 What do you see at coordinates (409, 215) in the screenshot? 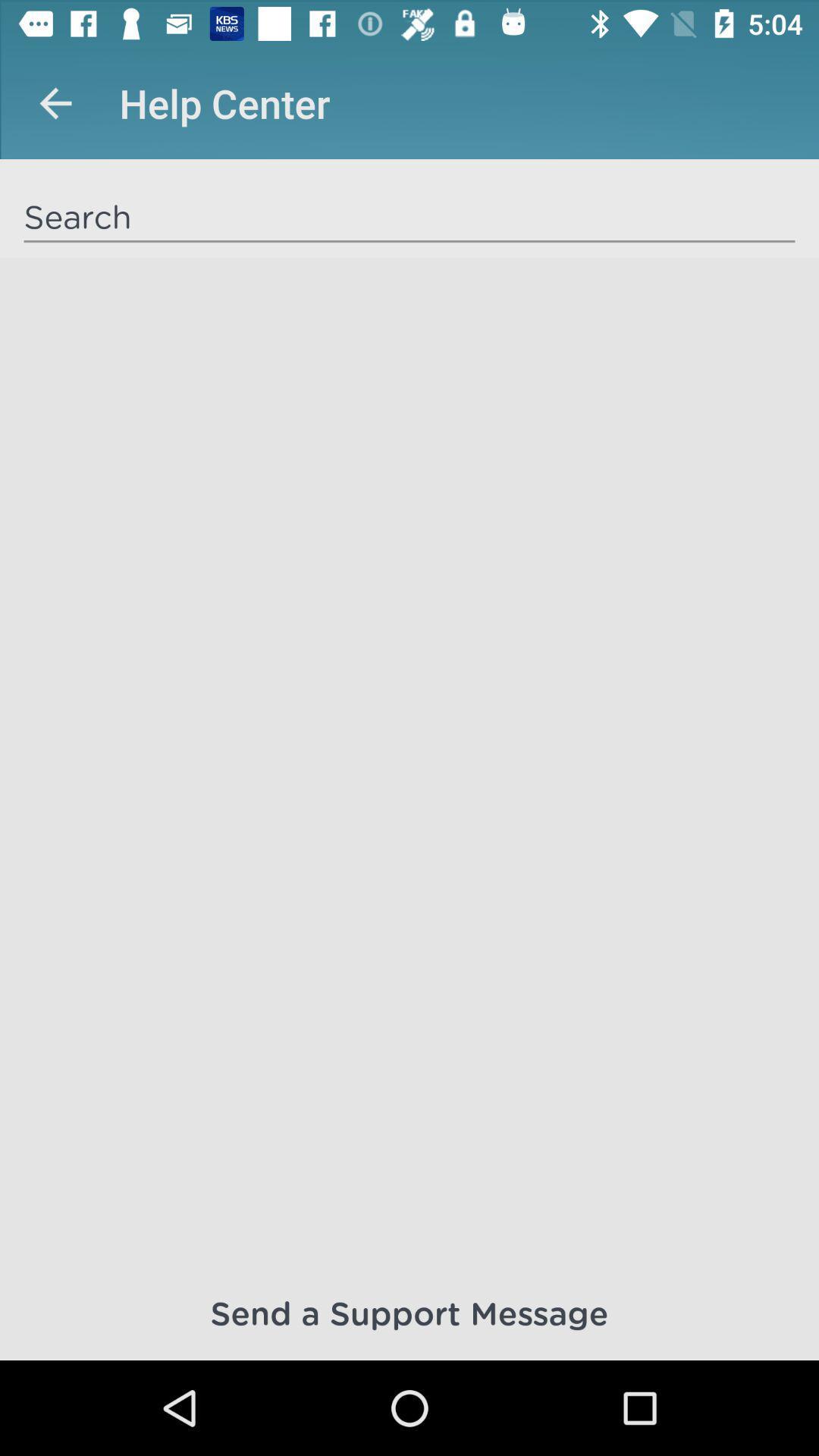
I see `icon at the top` at bounding box center [409, 215].